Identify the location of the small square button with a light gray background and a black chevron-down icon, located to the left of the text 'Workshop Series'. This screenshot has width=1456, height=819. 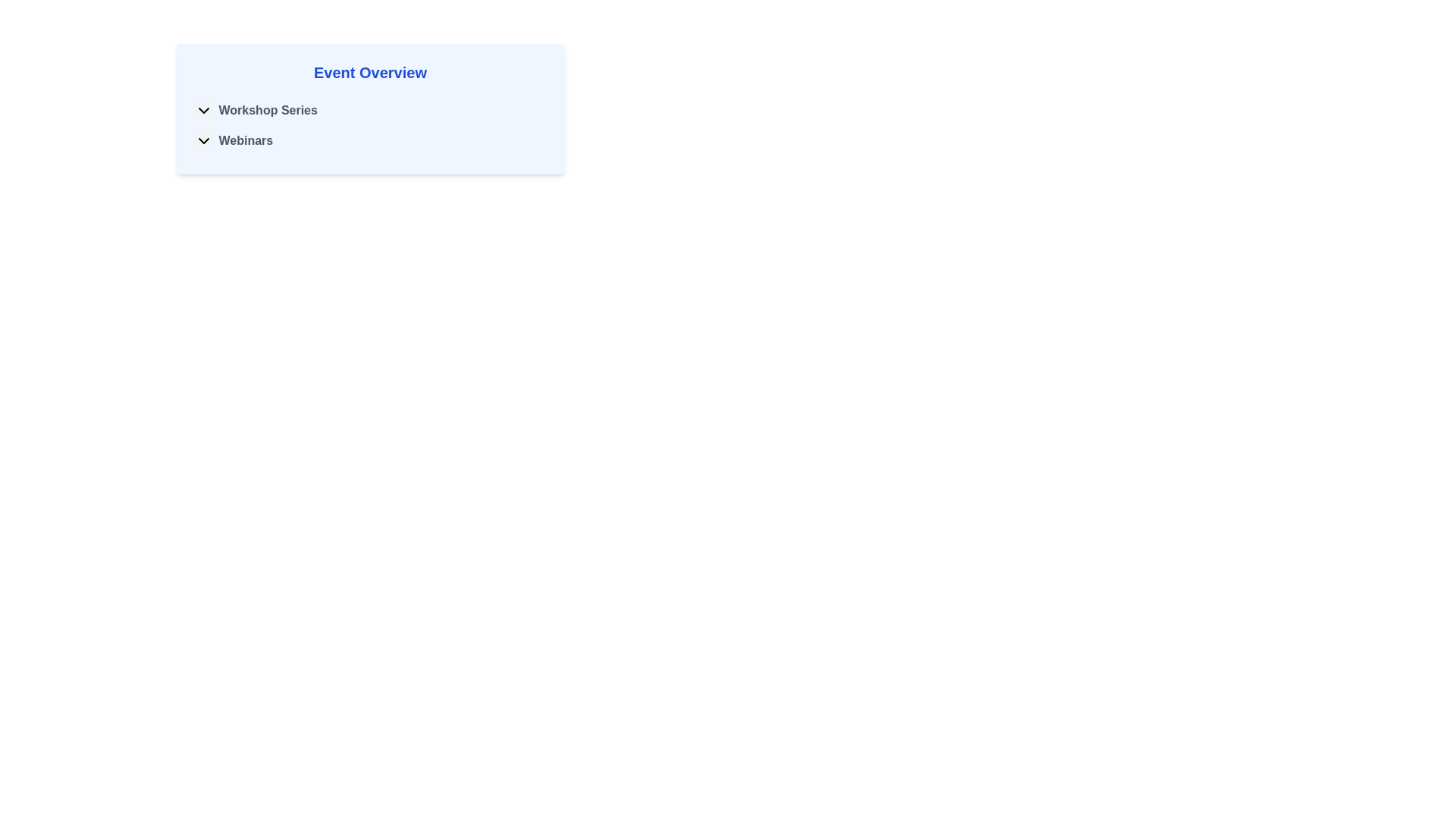
(202, 110).